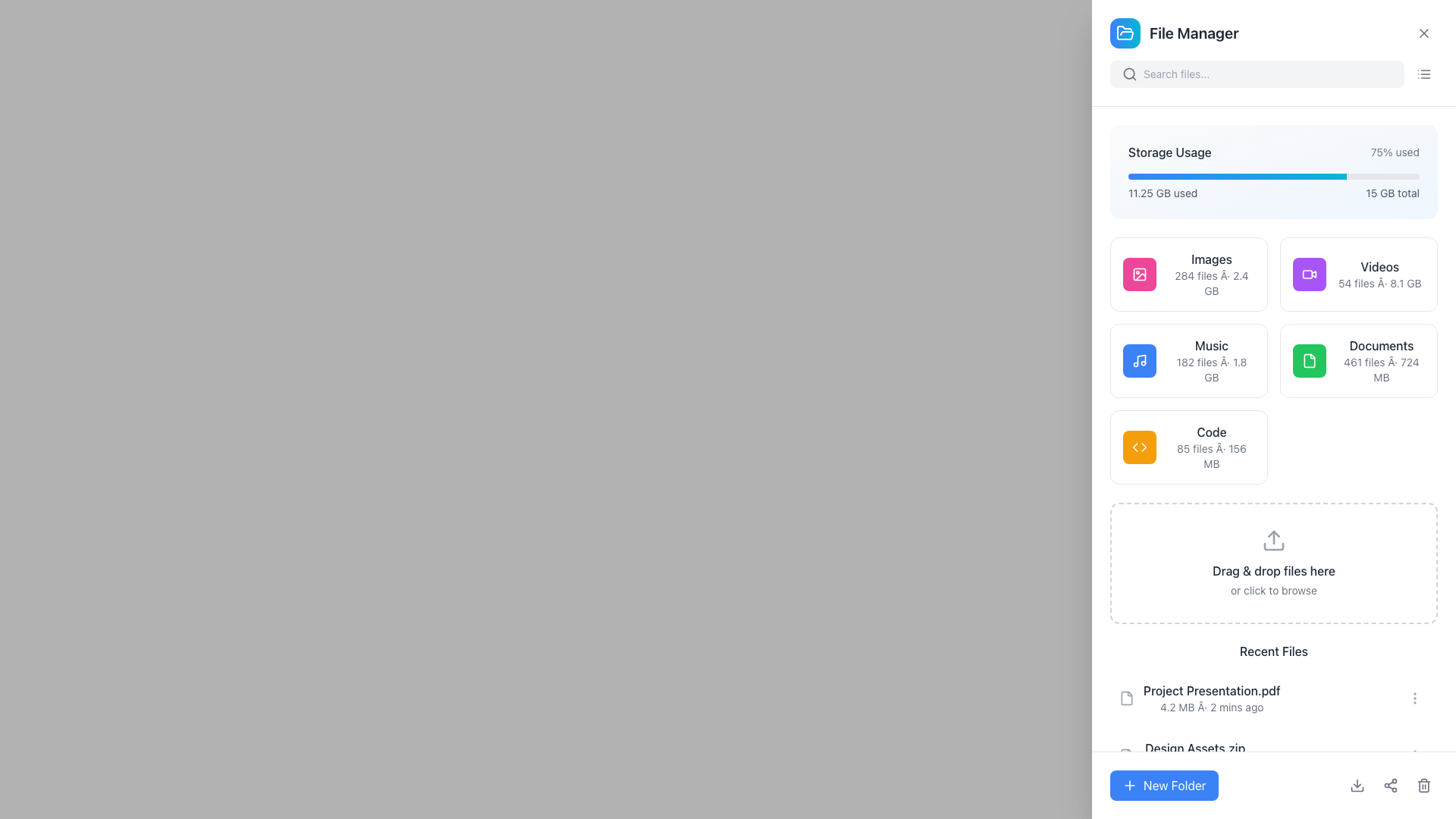 This screenshot has width=1456, height=819. What do you see at coordinates (1390, 785) in the screenshot?
I see `the circular share icon, which is the second icon from the left in a horizontal row at the bottom-right corner of the application interface` at bounding box center [1390, 785].